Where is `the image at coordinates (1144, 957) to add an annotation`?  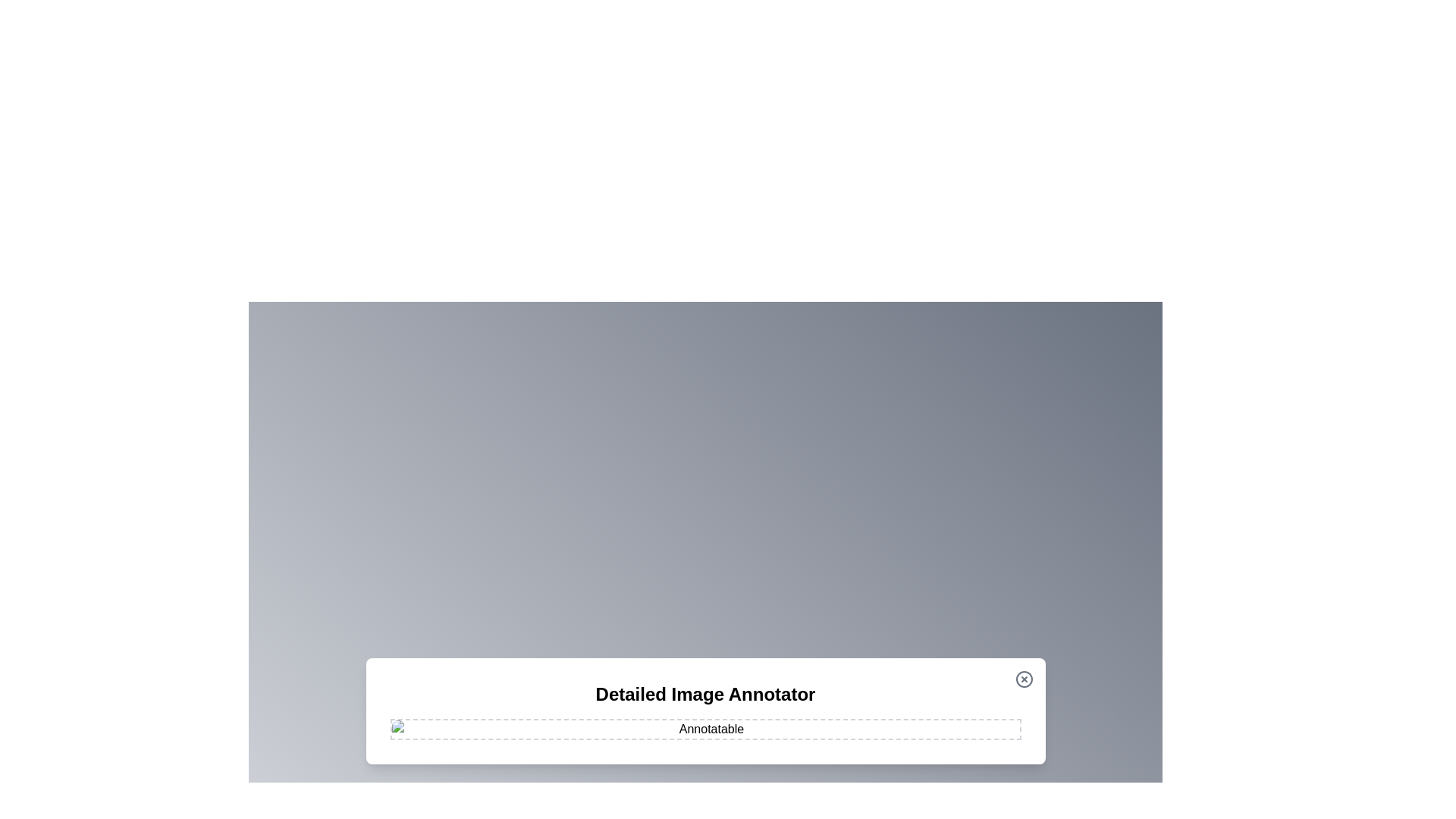 the image at coordinates (1144, 957) to add an annotation is located at coordinates (867, 724).